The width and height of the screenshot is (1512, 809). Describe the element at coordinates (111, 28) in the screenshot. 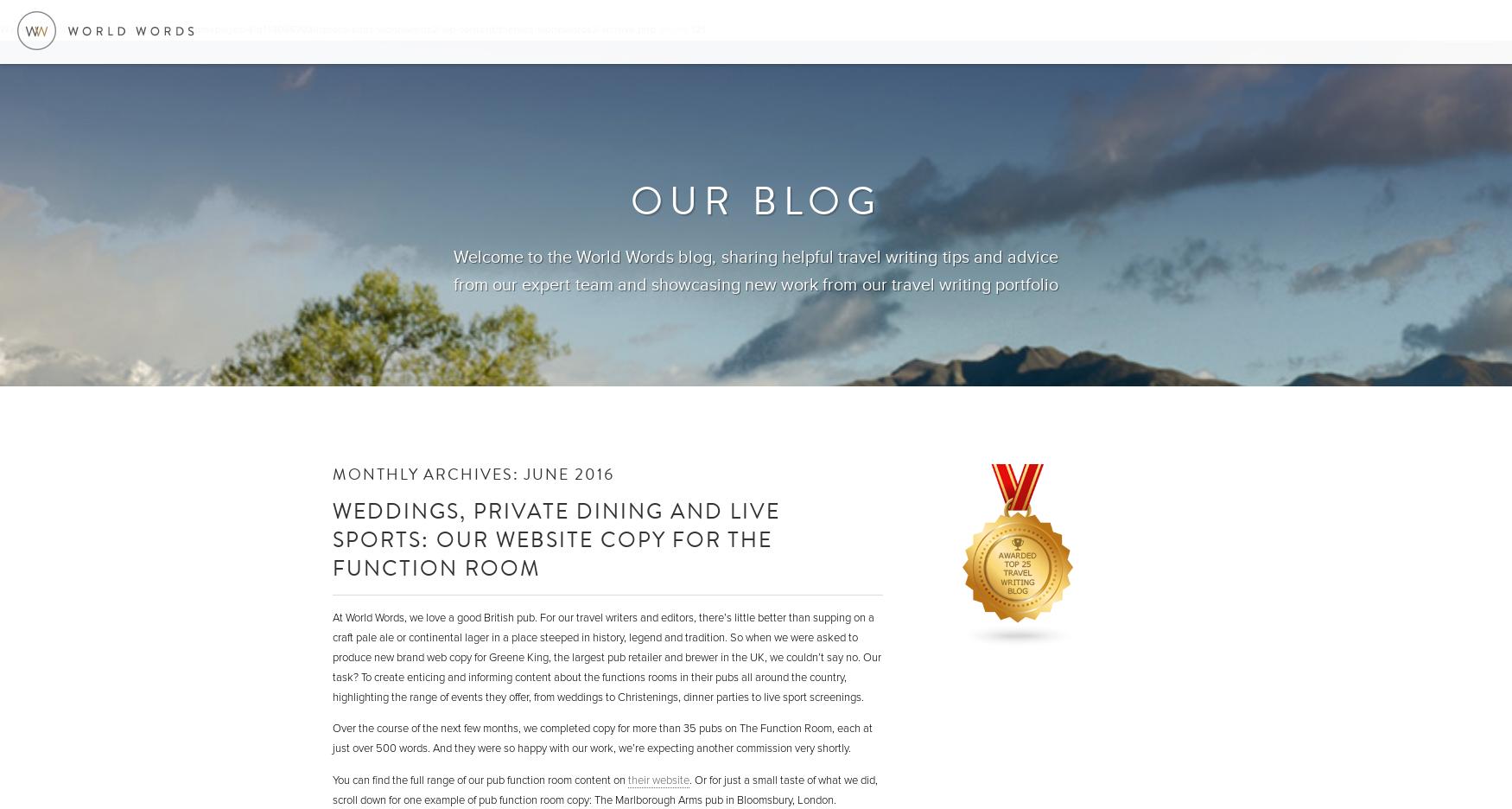

I see `':  Undefined array key "modal" in'` at that location.